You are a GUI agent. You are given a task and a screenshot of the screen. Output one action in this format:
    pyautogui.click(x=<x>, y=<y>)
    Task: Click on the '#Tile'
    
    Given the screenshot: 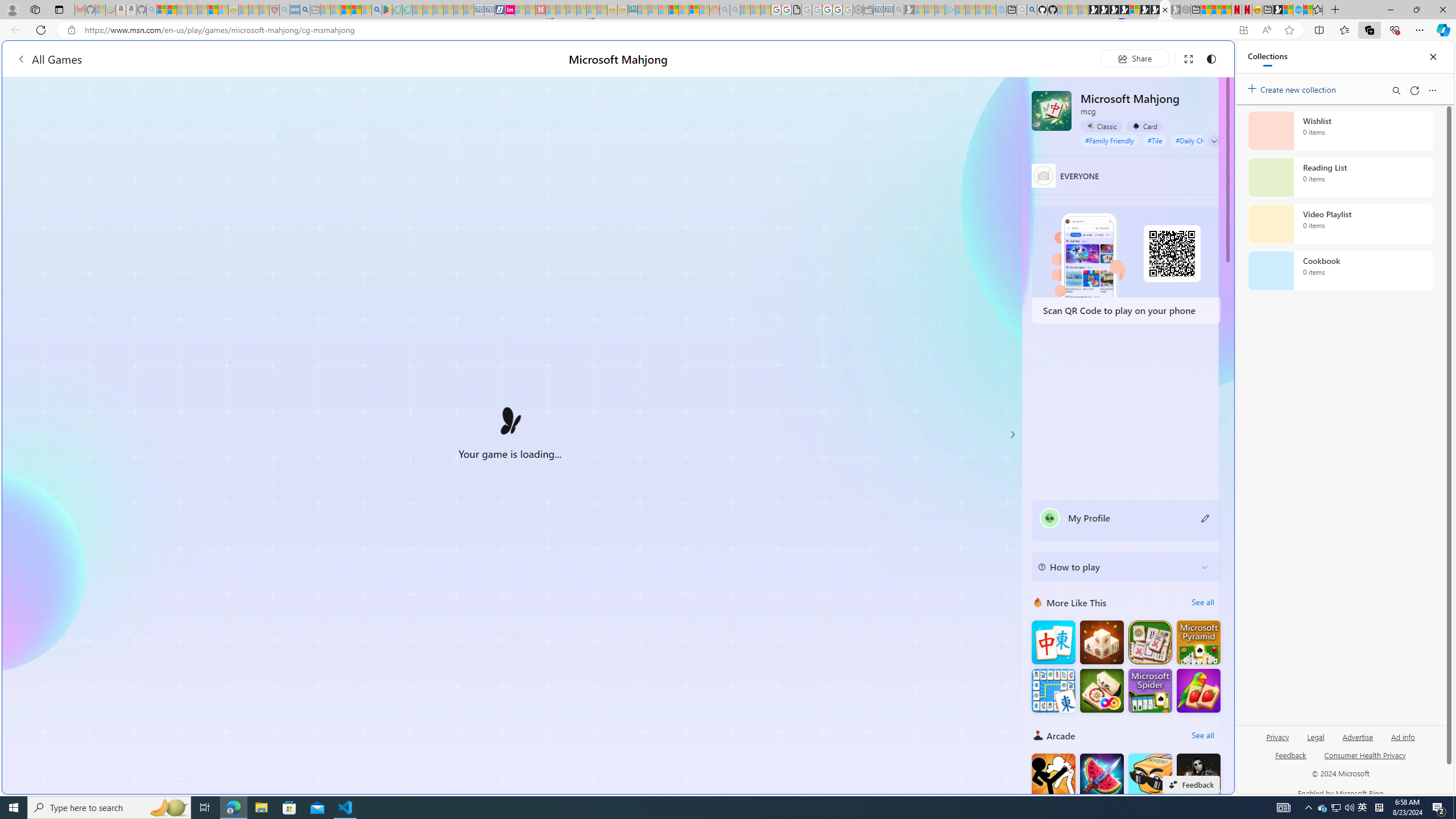 What is the action you would take?
    pyautogui.click(x=1155, y=139)
    